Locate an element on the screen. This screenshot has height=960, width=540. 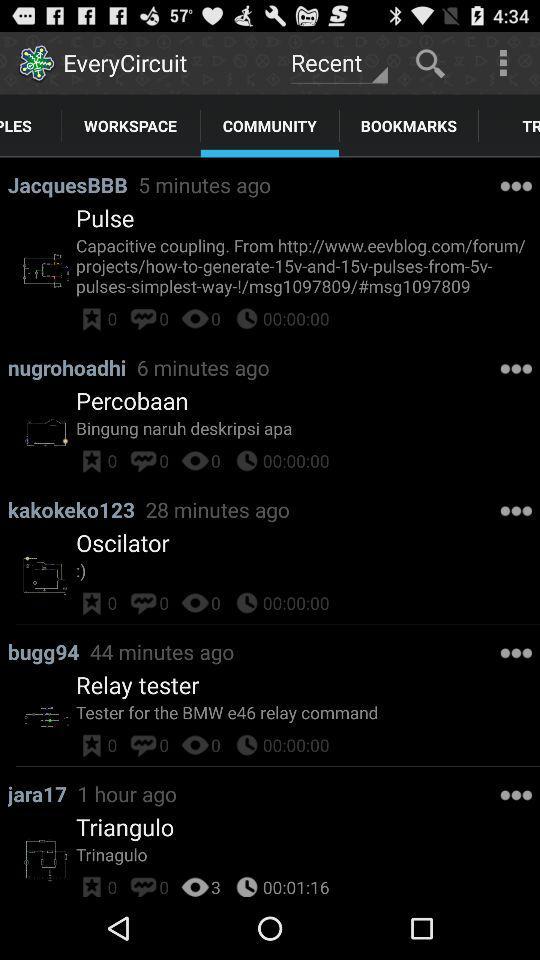
the capacitive coupling from item is located at coordinates (308, 264).